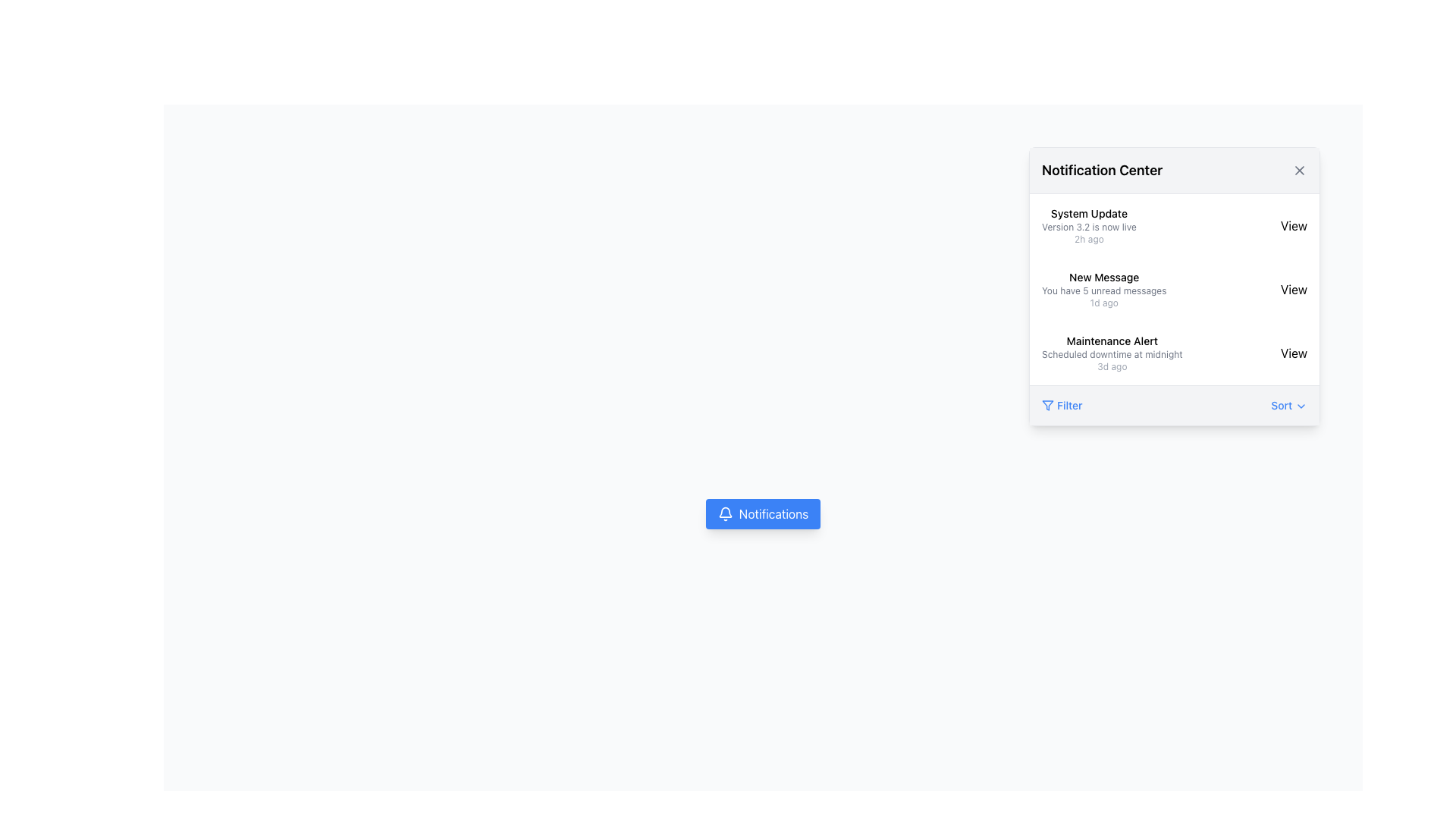 The width and height of the screenshot is (1456, 819). Describe the element at coordinates (1112, 366) in the screenshot. I see `the text label displaying '3d ago' in grayish color, located within the 'Notification Center' under the 'Maintenance Alert' notification` at that location.